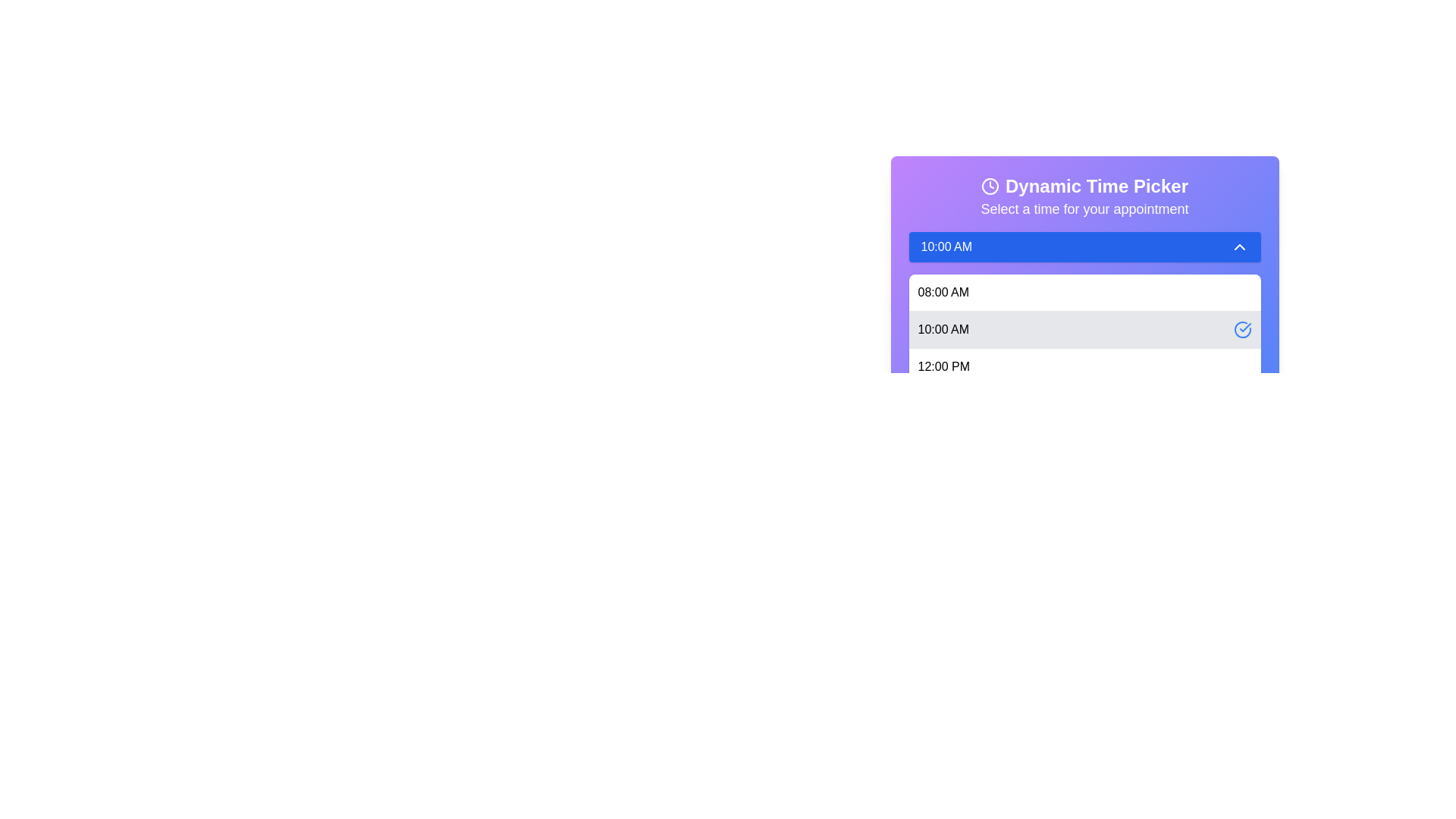 The image size is (1456, 819). What do you see at coordinates (943, 292) in the screenshot?
I see `the first selectable time option '08:00 AM' in the dropdown list of the time picker interface` at bounding box center [943, 292].